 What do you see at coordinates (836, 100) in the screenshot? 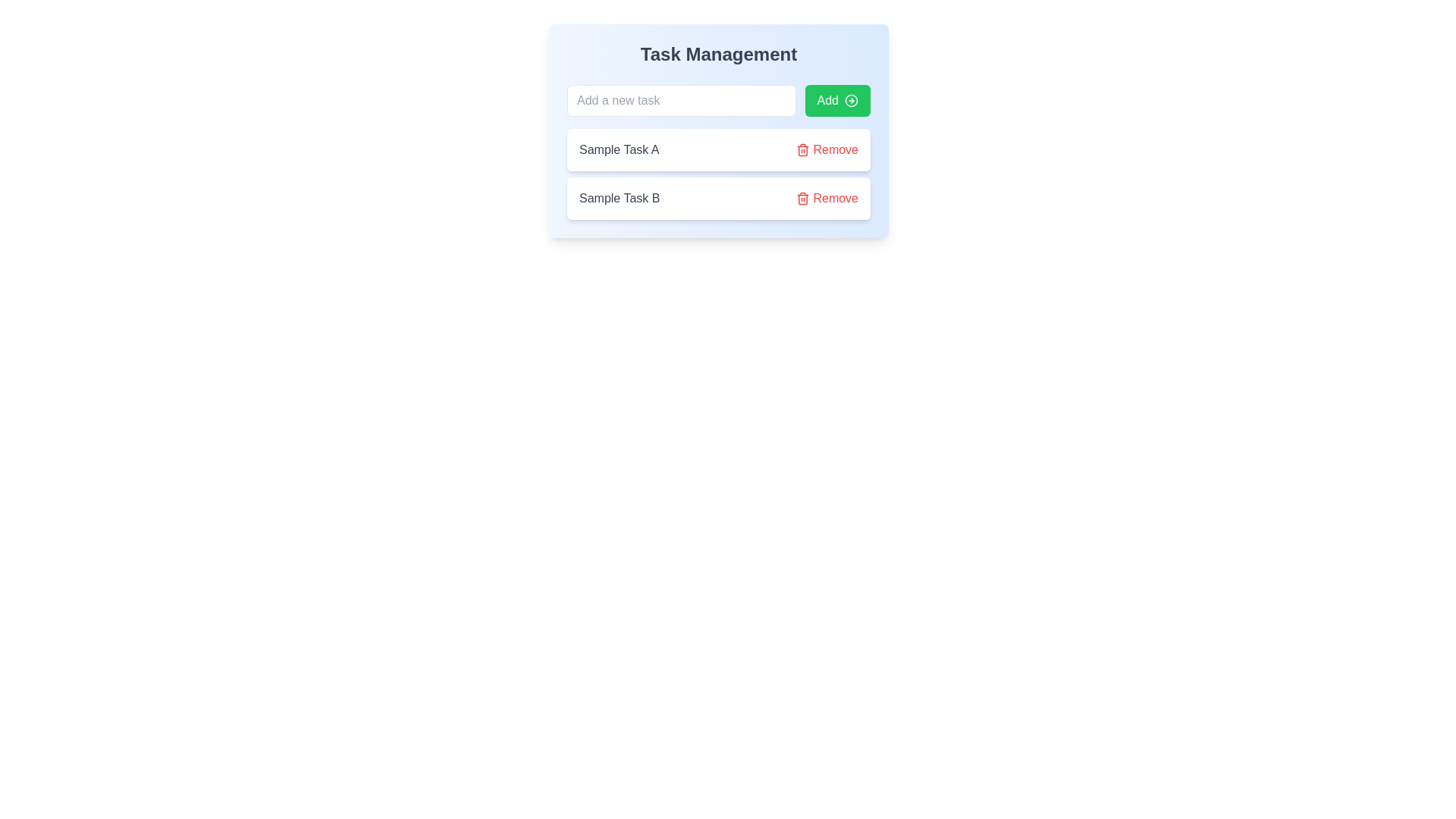
I see `the green 'Add' button with rounded edges that has white text and an icon of a rightward-pointing arrow, located on the right side of the input field in the task management interface` at bounding box center [836, 100].